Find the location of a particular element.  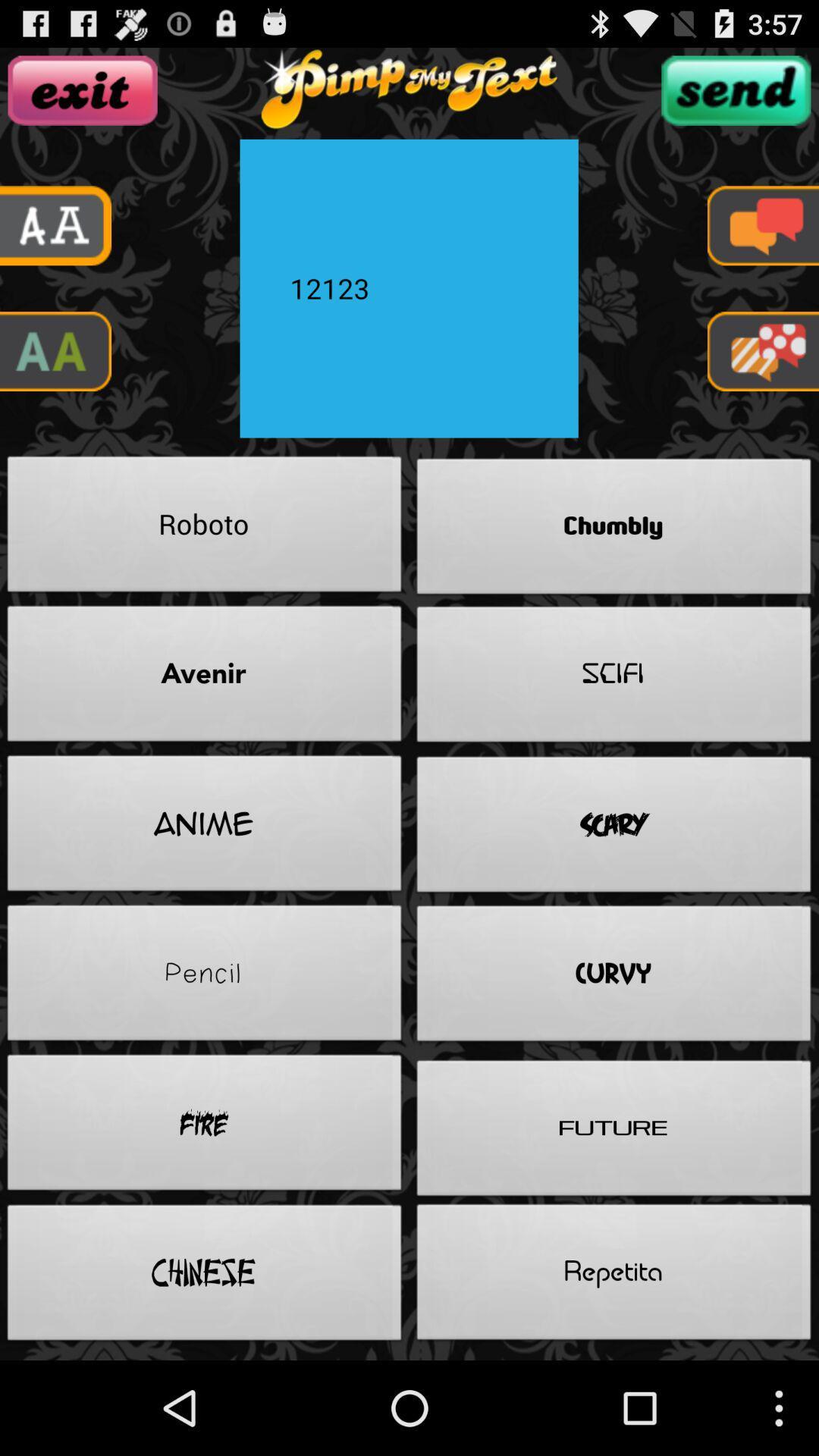

uppercase option is located at coordinates (55, 350).